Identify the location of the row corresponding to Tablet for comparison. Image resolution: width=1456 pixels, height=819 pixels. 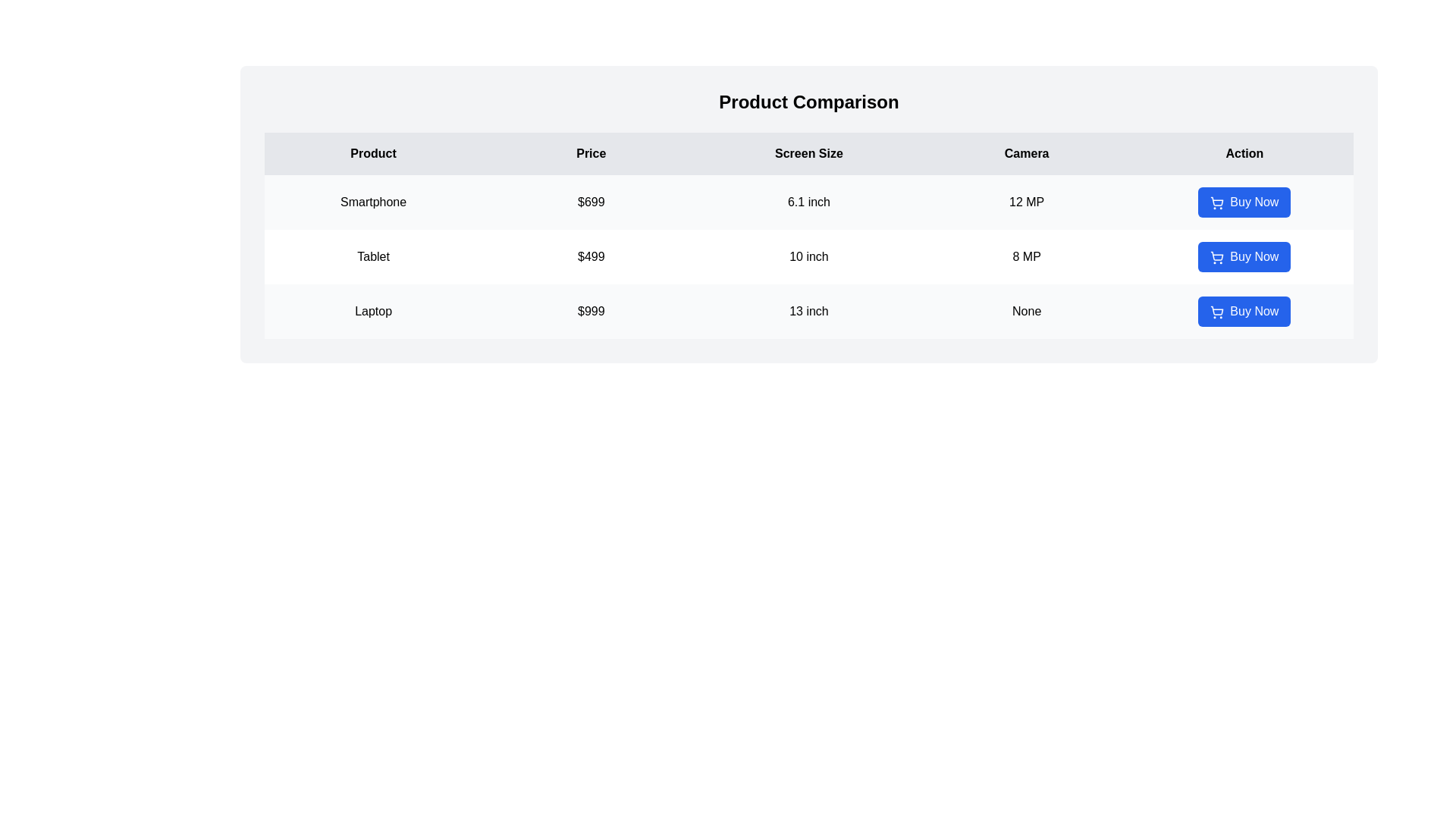
(808, 256).